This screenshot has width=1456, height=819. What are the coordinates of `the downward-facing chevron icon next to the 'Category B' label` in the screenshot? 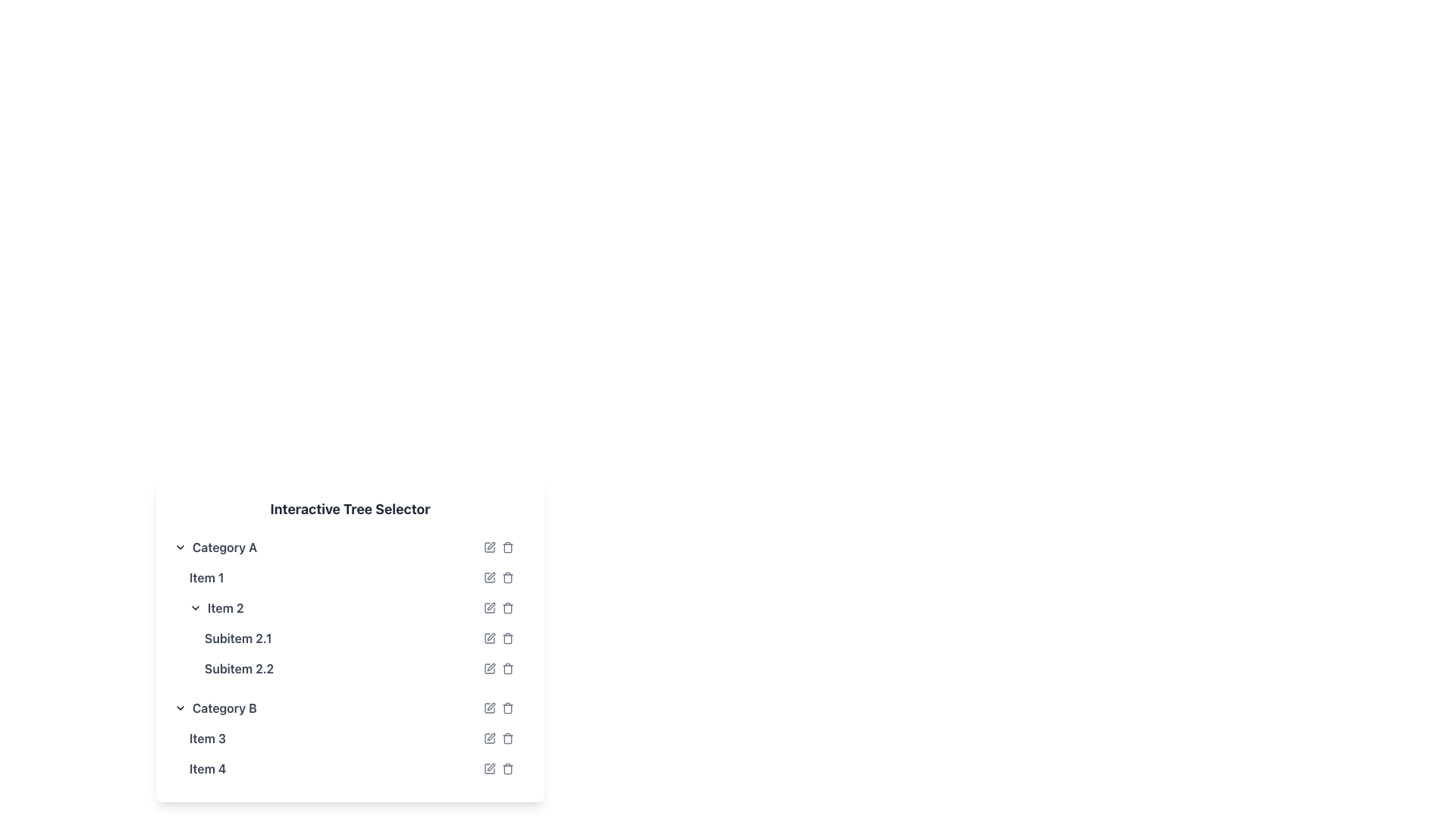 It's located at (180, 708).